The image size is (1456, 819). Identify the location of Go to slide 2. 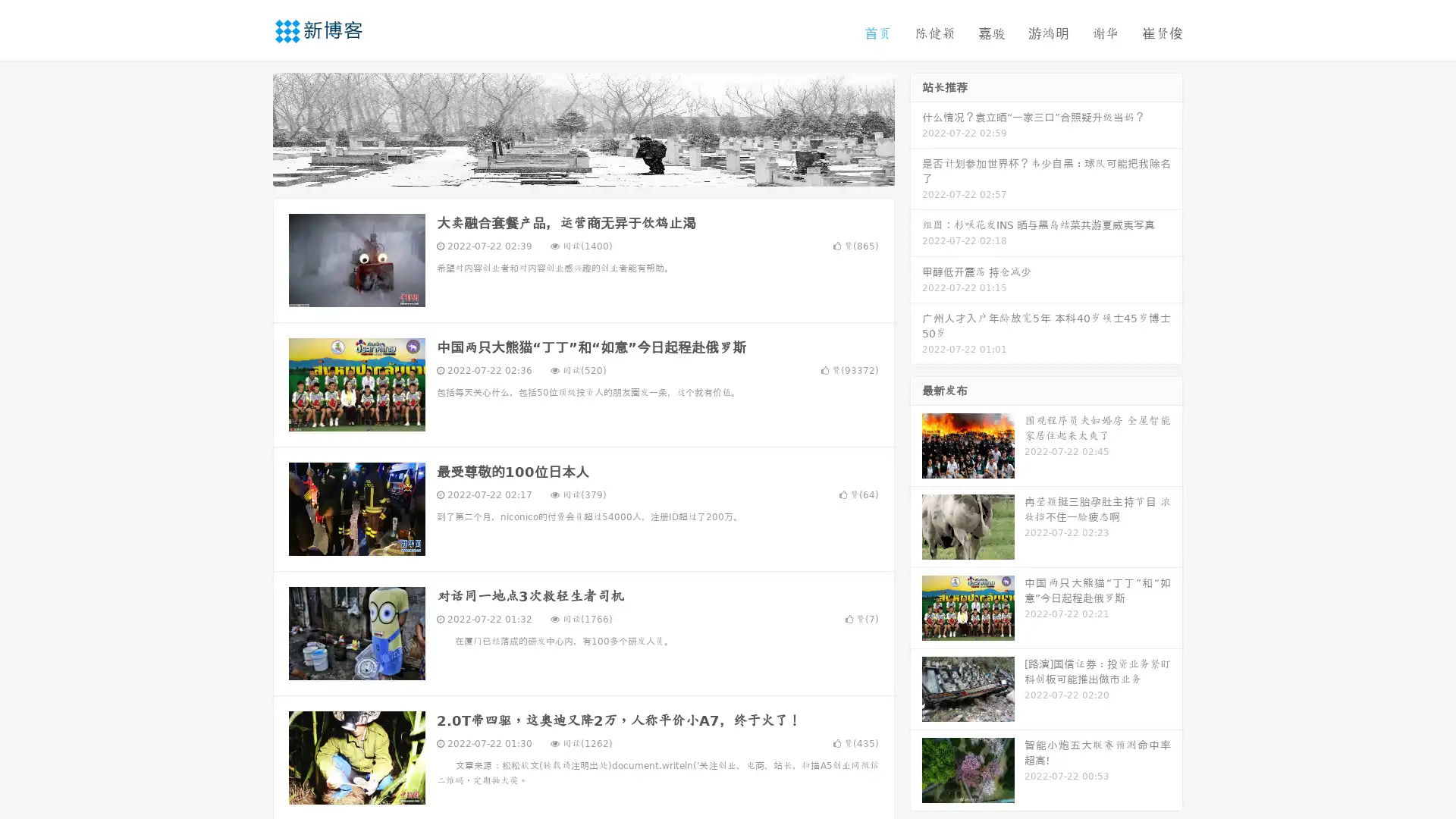
(582, 171).